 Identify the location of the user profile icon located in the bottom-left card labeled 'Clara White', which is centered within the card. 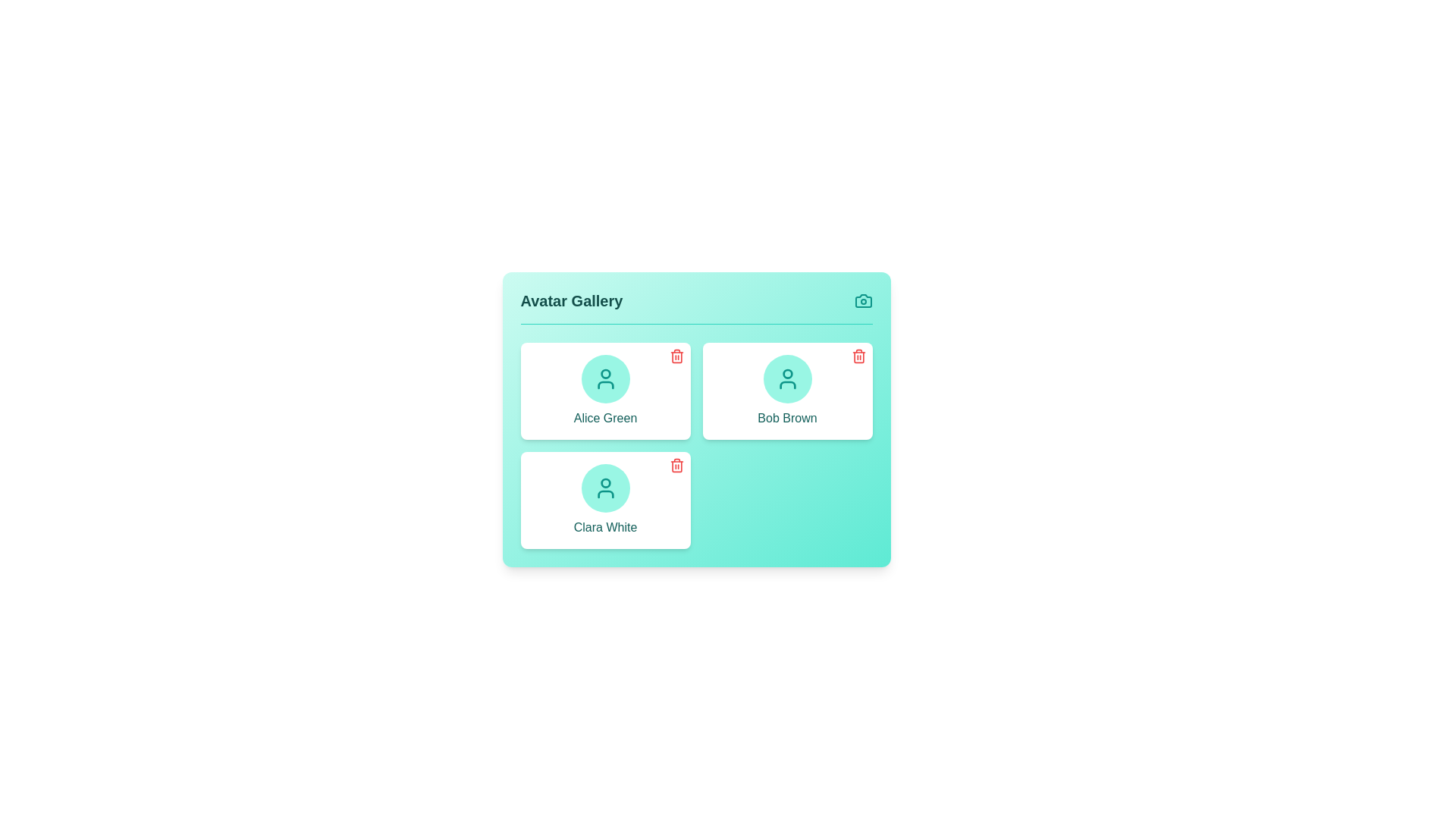
(604, 488).